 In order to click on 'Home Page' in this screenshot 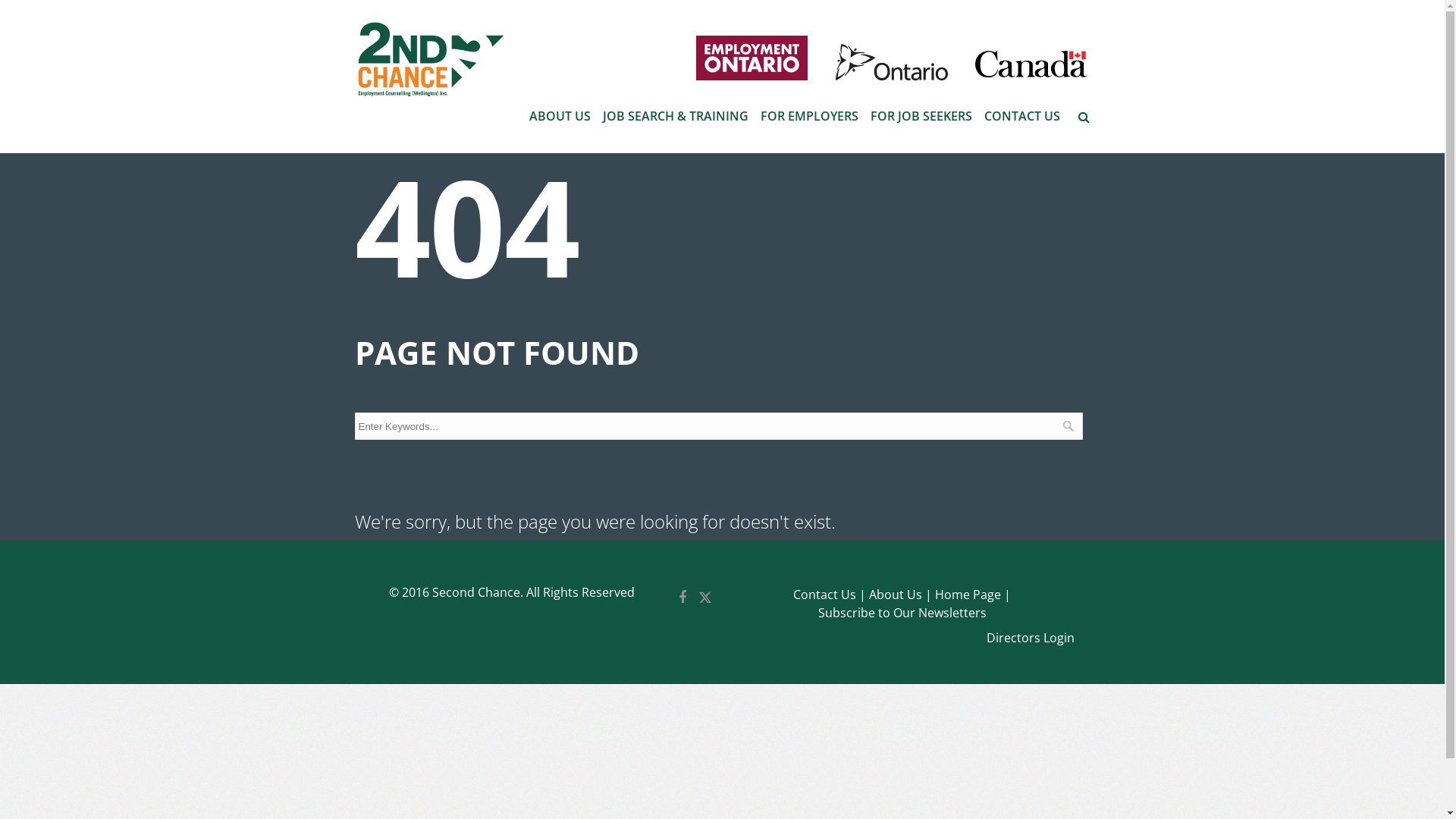, I will do `click(972, 594)`.